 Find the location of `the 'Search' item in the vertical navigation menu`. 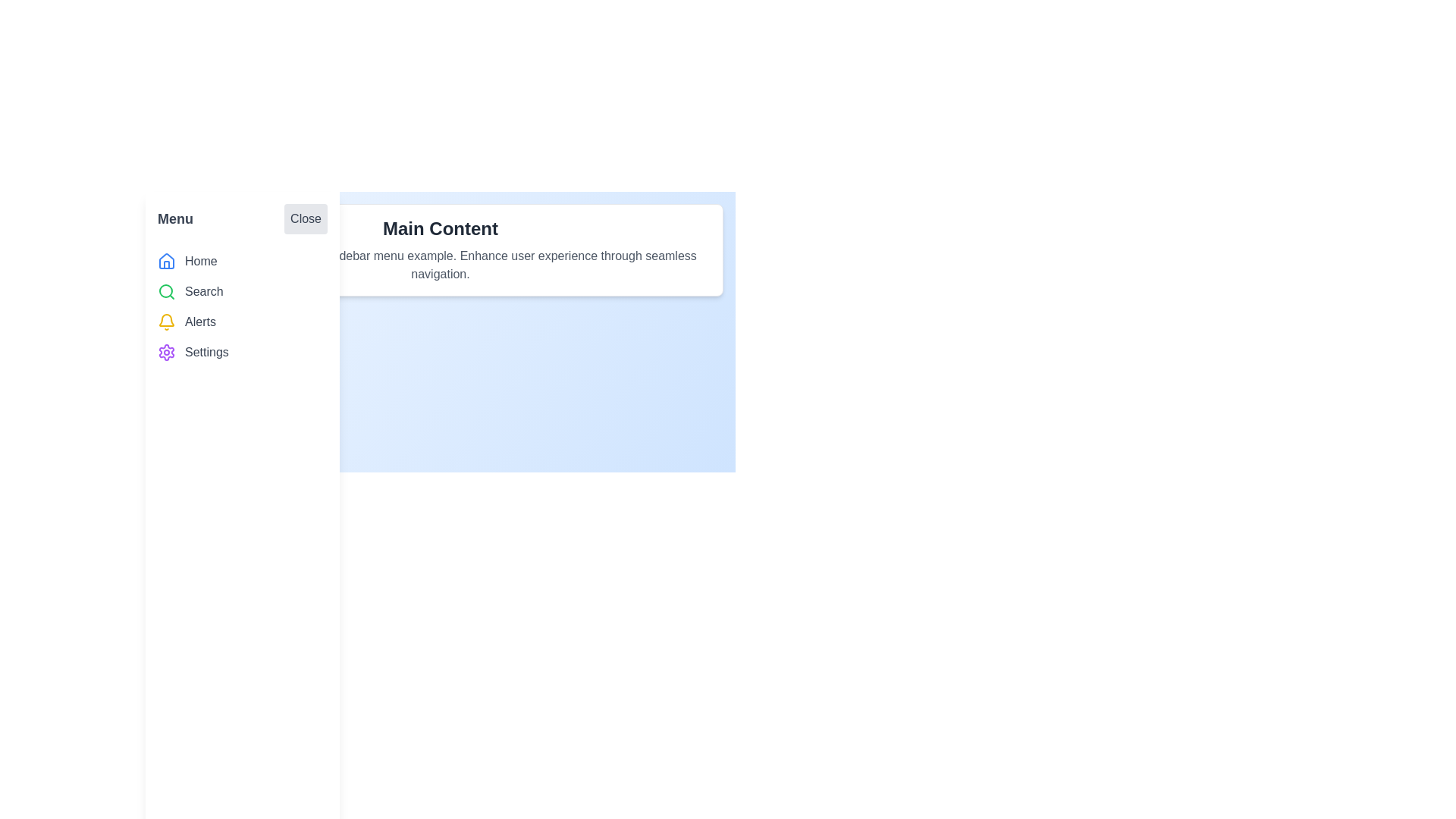

the 'Search' item in the vertical navigation menu is located at coordinates (243, 307).